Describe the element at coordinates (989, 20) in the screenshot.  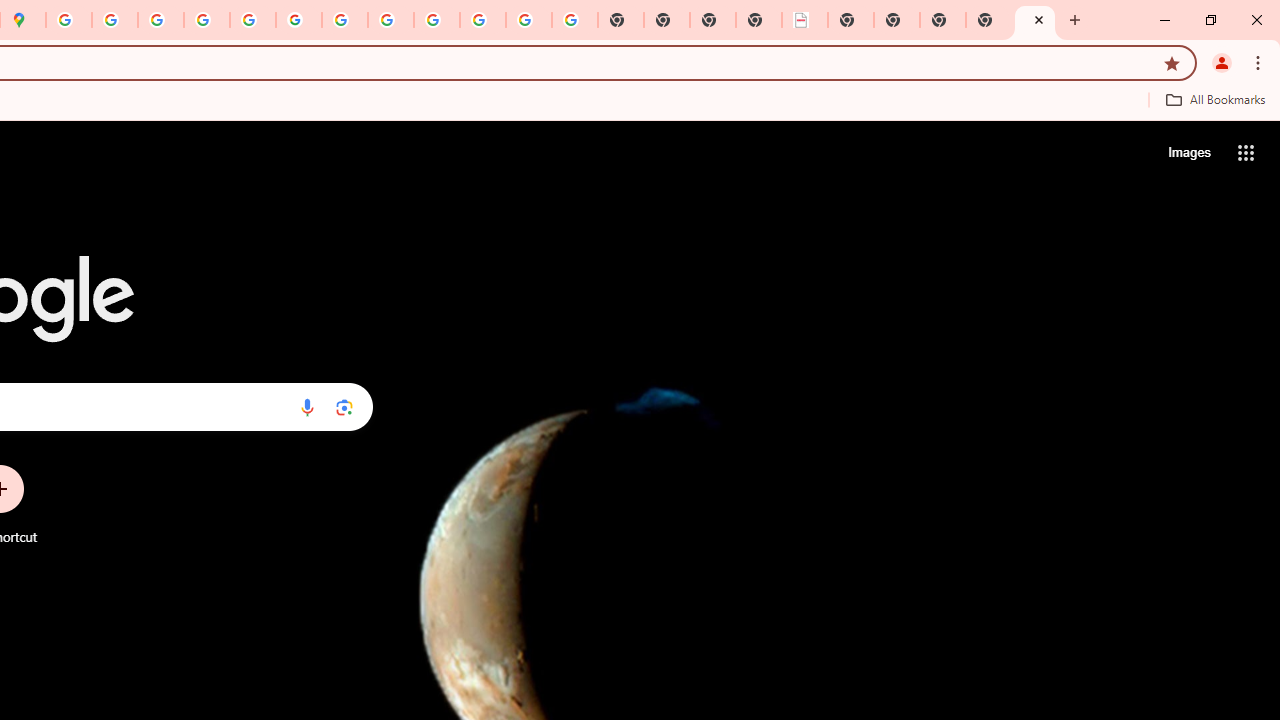
I see `'New Tab'` at that location.